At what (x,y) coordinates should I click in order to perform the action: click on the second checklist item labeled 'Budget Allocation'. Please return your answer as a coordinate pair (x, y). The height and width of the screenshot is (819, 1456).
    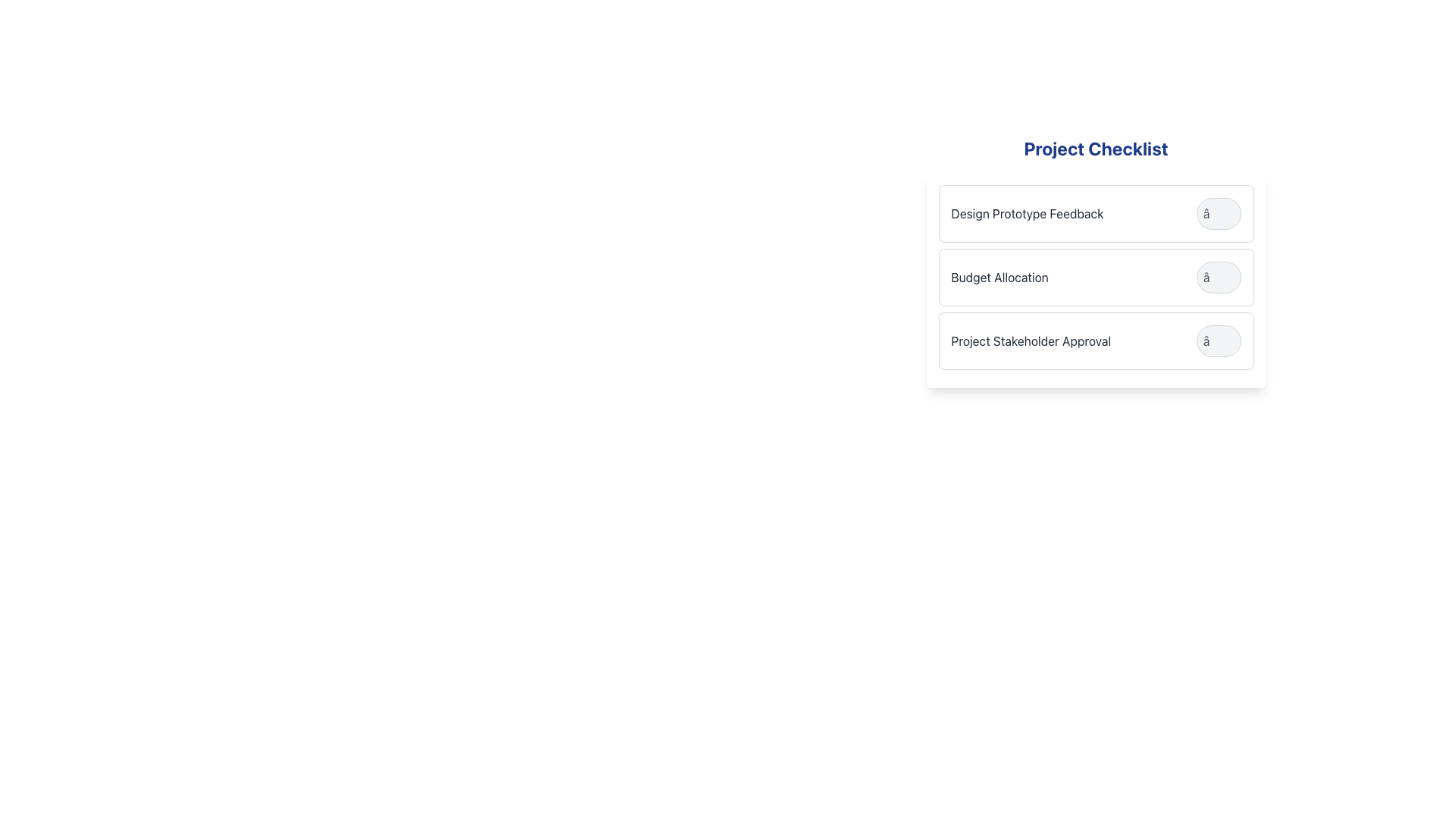
    Looking at the image, I should click on (1096, 278).